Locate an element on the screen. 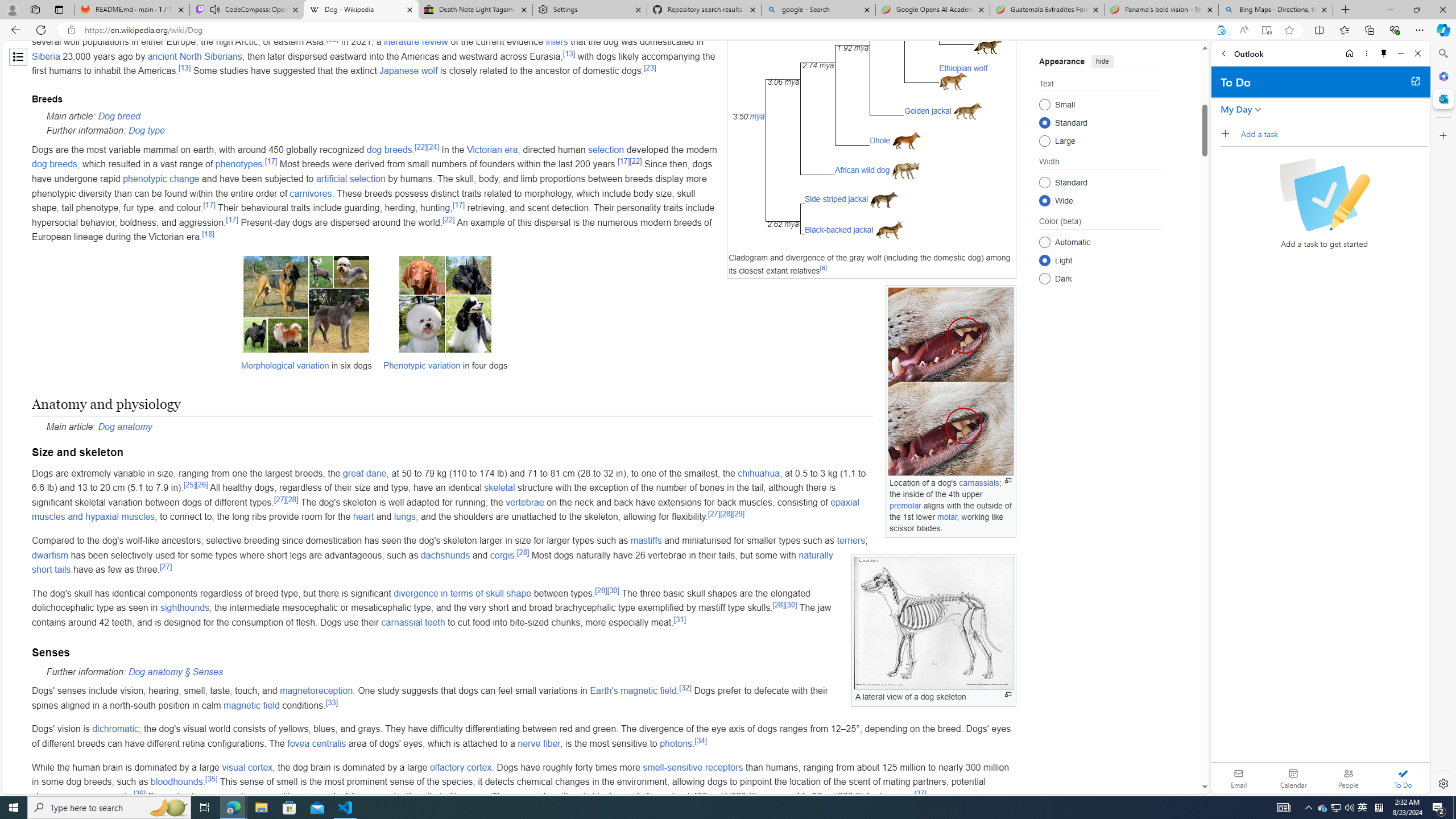  '[17]' is located at coordinates (231, 218).